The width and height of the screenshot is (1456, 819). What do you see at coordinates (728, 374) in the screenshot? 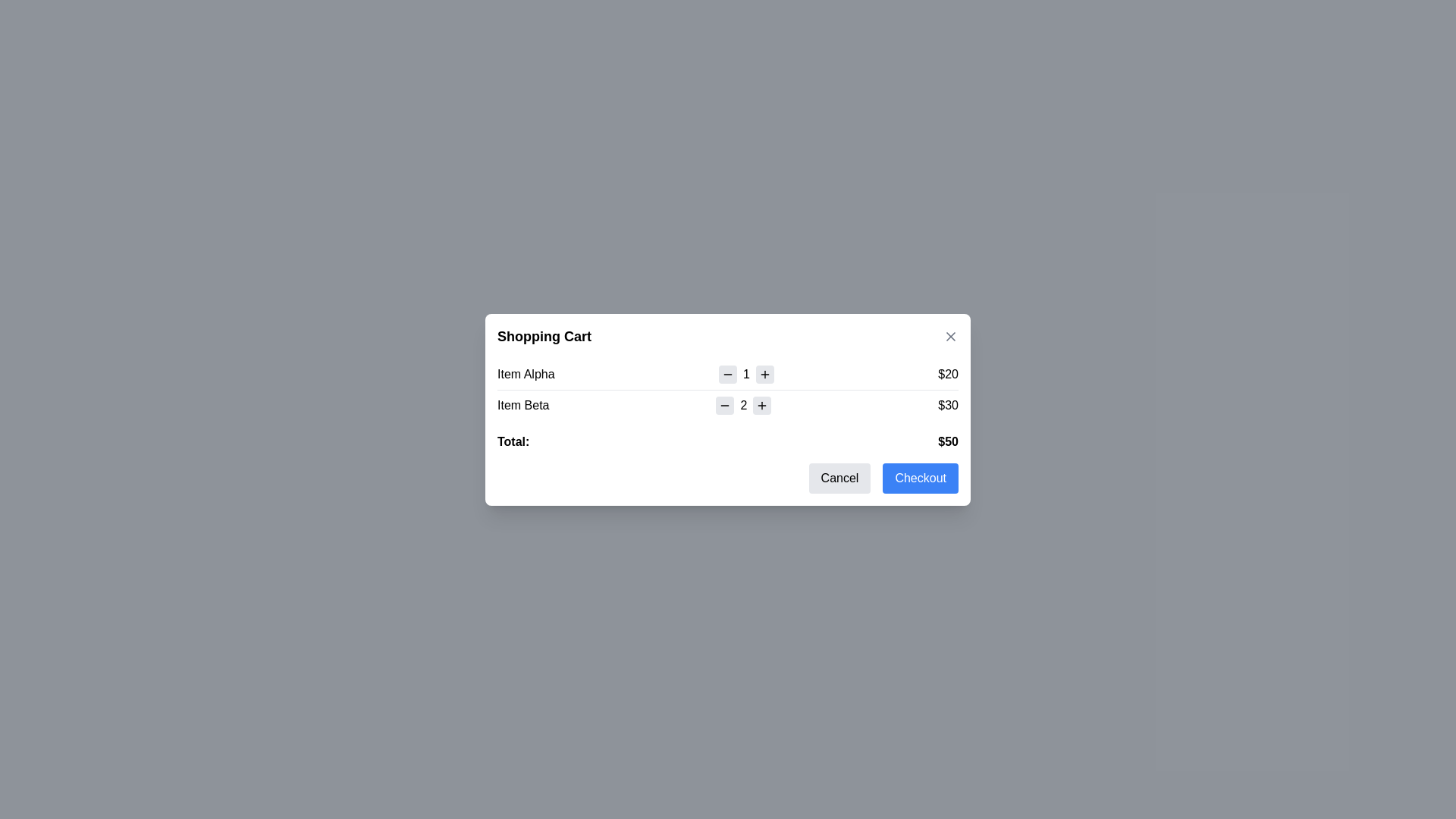
I see `the small gray button with rounded corners that has a centered horizontal minus icon, representing a decrement action for 'Item Alpha' in the shopping cart interface` at bounding box center [728, 374].